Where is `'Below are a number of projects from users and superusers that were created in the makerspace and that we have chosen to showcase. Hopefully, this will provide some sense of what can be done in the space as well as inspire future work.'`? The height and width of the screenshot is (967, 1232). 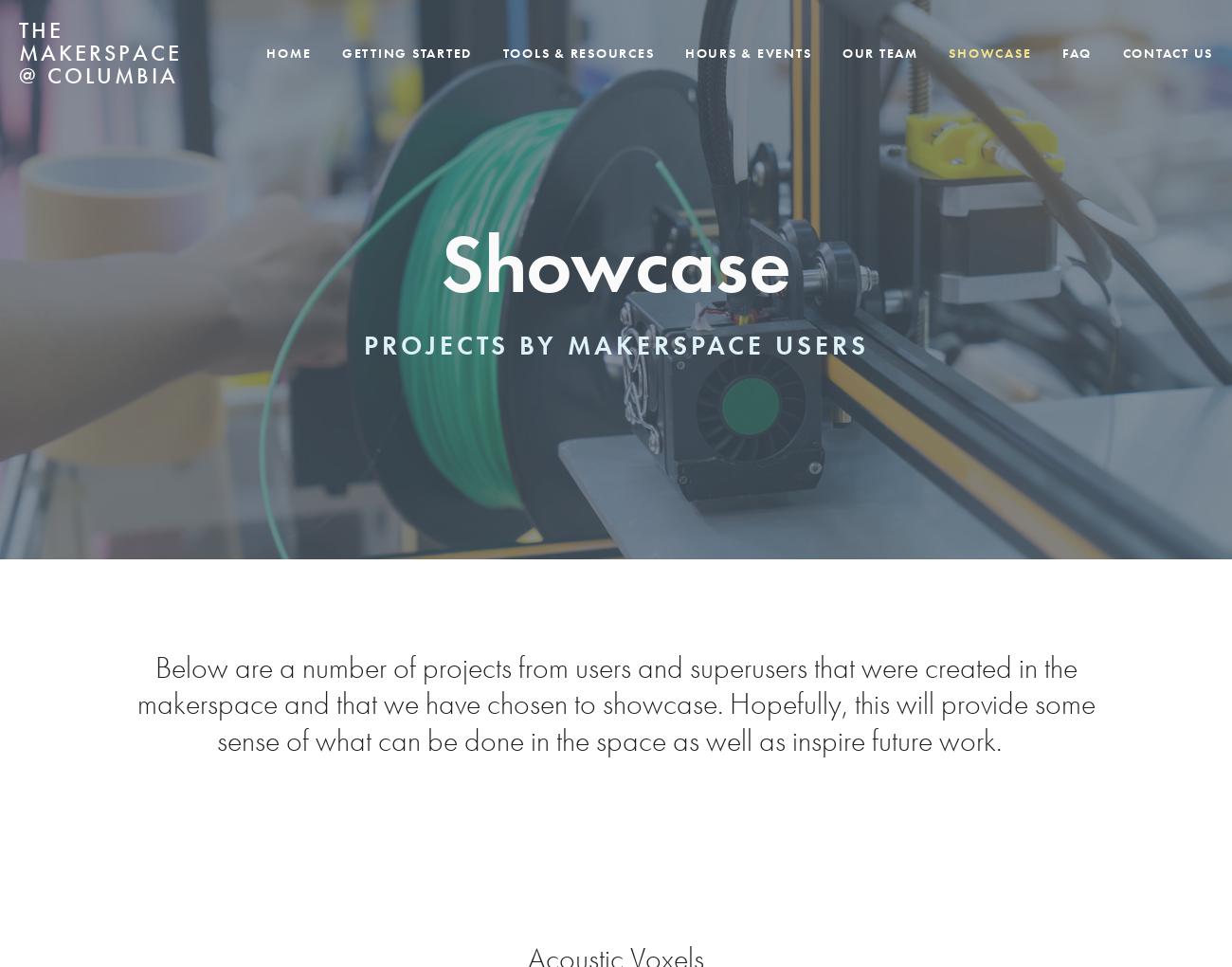
'Below are a number of projects from users and superusers that were created in the makerspace and that we have chosen to showcase. Hopefully, this will provide some sense of what can be done in the space as well as inspire future work.' is located at coordinates (615, 703).